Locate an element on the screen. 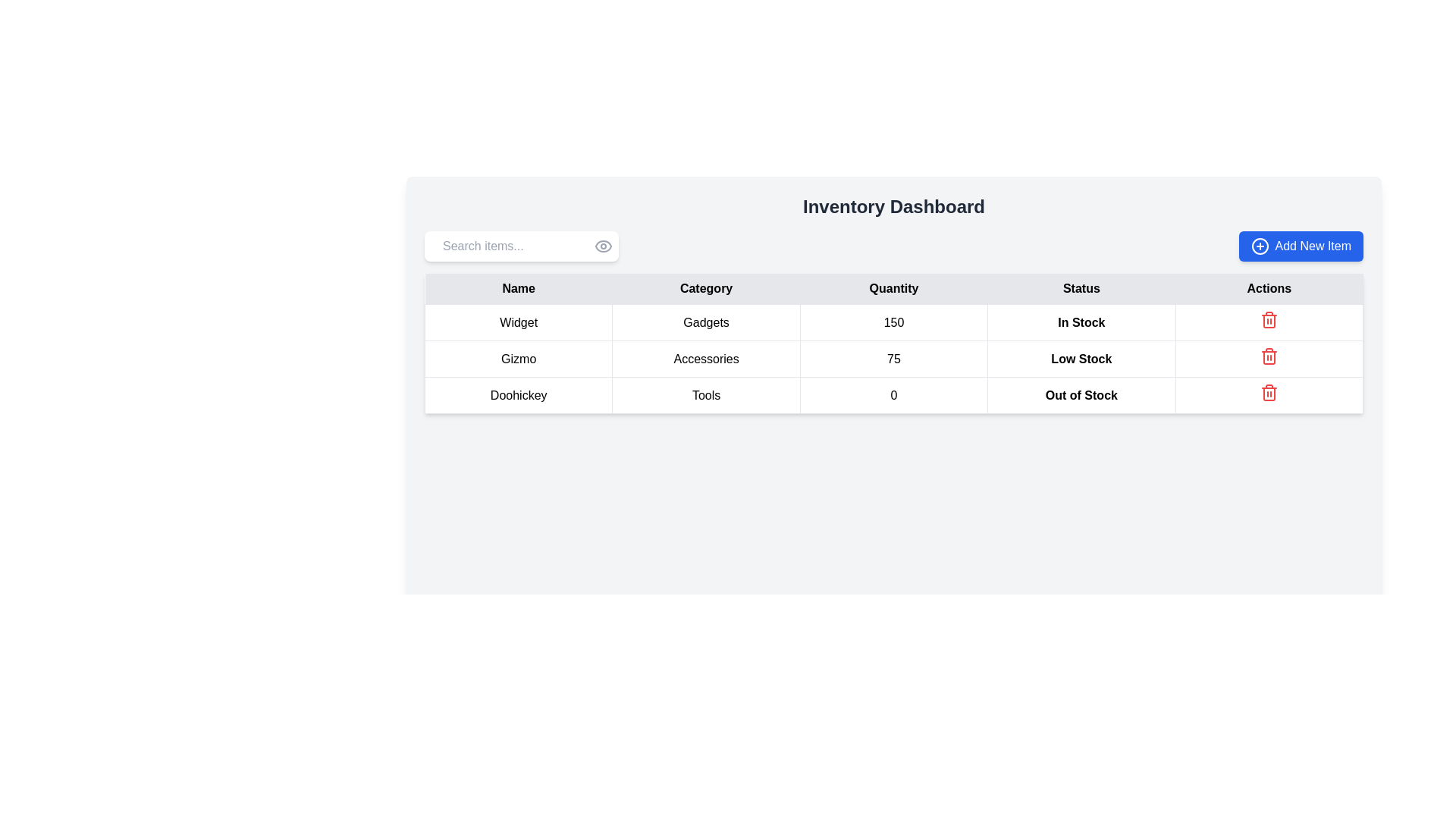 This screenshot has width=1456, height=819. the table cell containing the number '150', which is the third cell in the row labeled 'Widget' under the 'Quantity' column is located at coordinates (894, 322).